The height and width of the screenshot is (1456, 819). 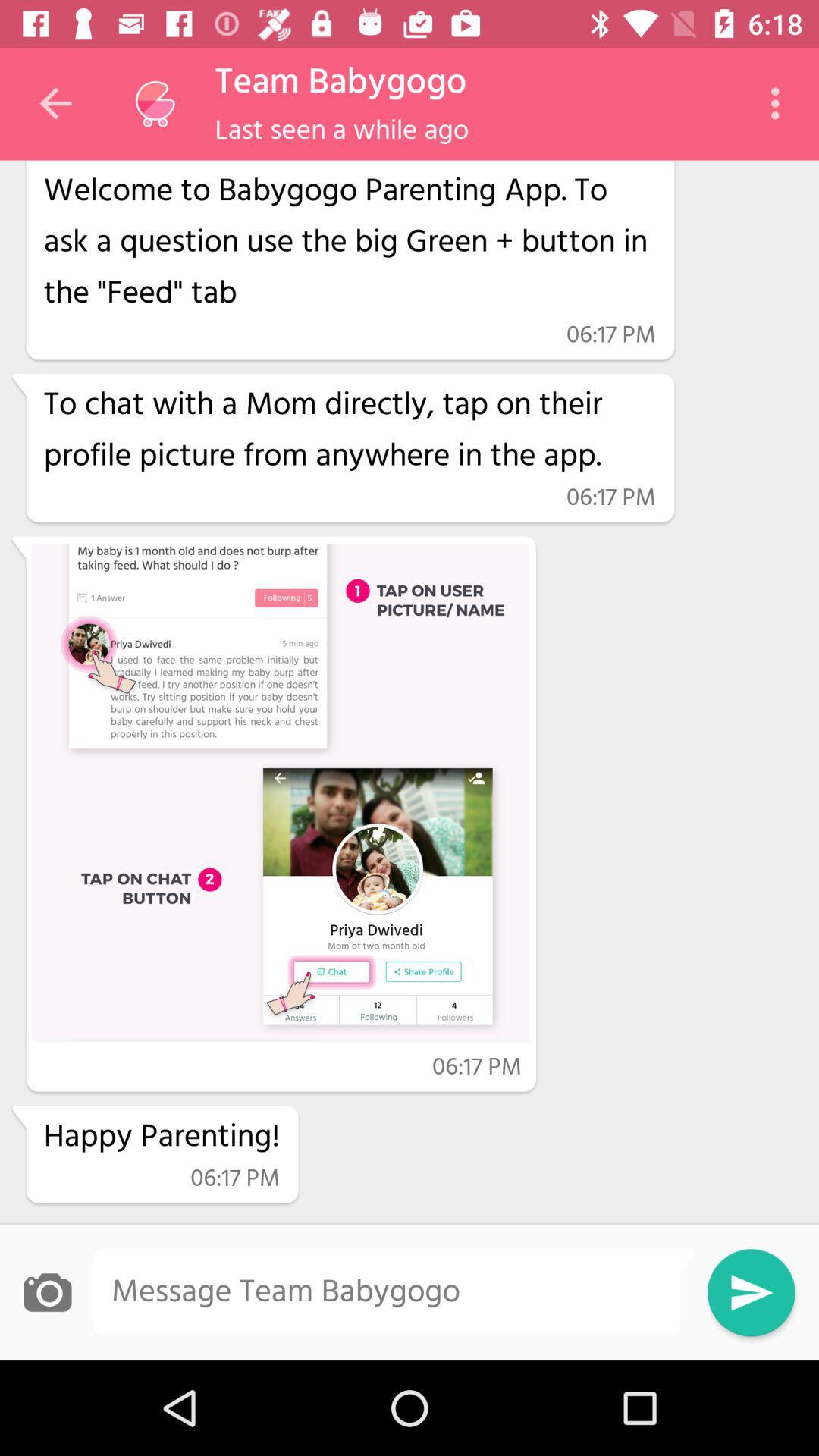 What do you see at coordinates (155, 103) in the screenshot?
I see `icon above hi app crawler item` at bounding box center [155, 103].